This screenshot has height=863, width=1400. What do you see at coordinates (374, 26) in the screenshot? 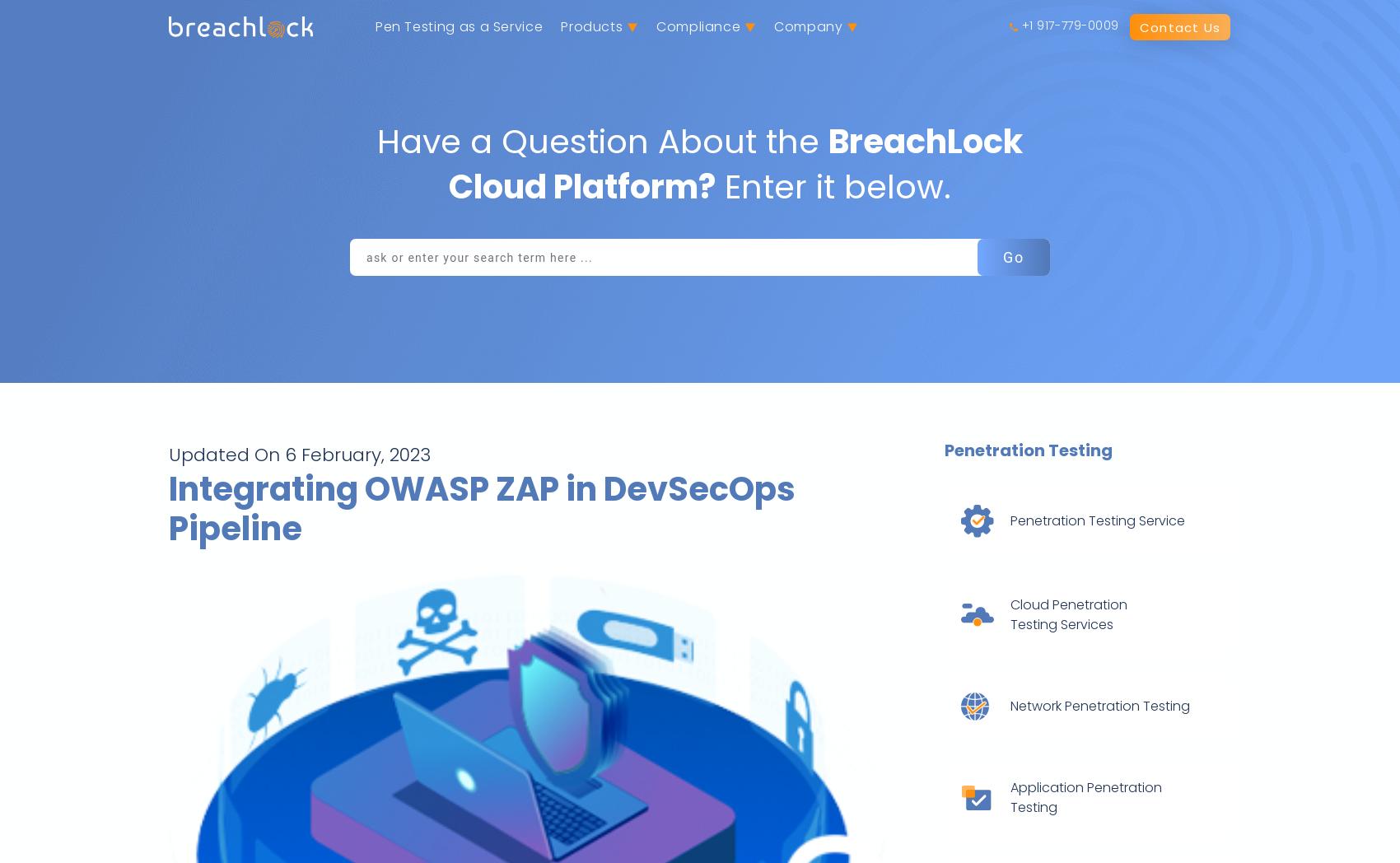
I see `'Pen Testing as a Service'` at bounding box center [374, 26].